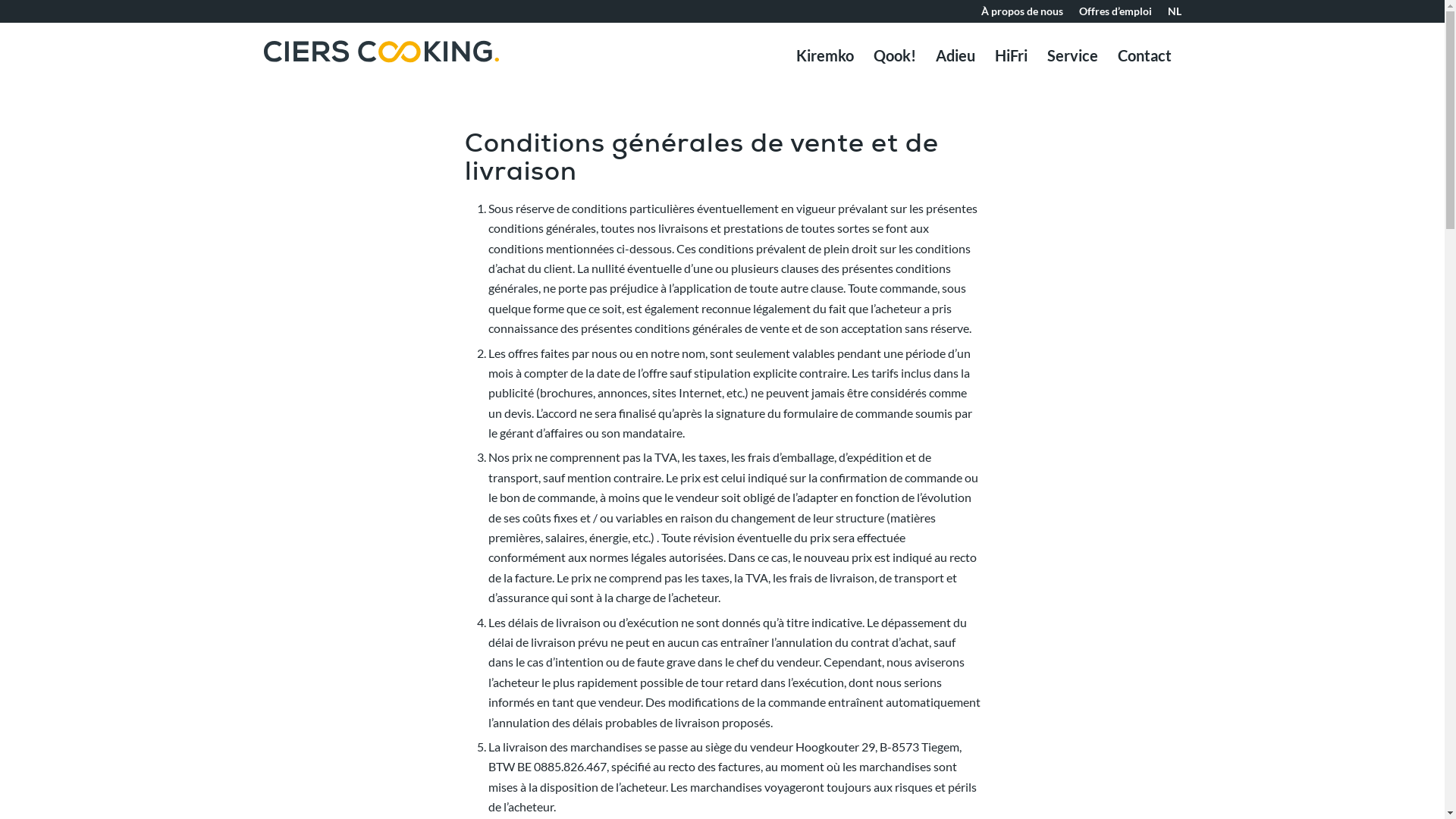 The width and height of the screenshot is (1456, 819). Describe the element at coordinates (1072, 55) in the screenshot. I see `'Service'` at that location.